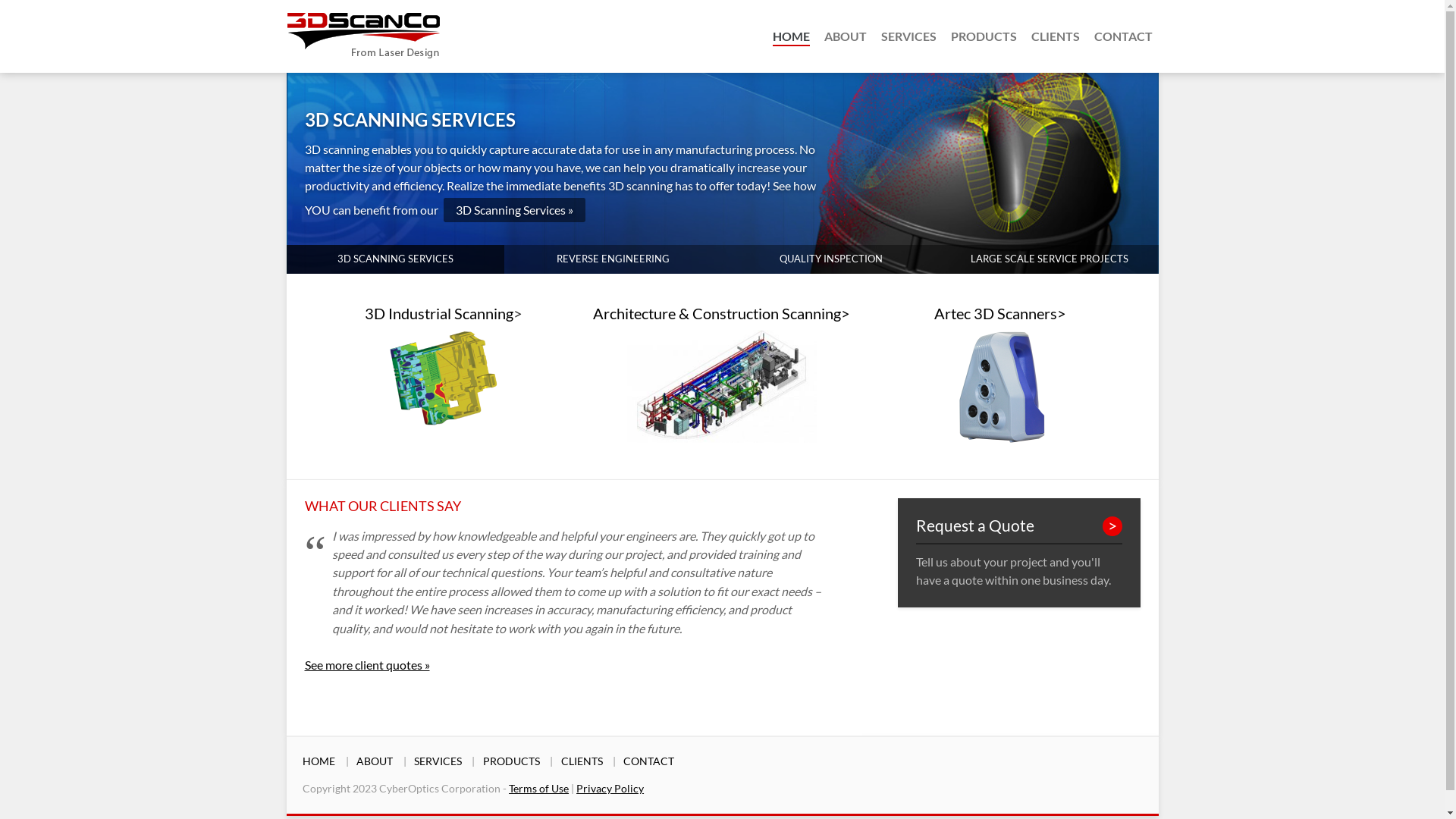 This screenshot has width=1456, height=819. Describe the element at coordinates (771, 35) in the screenshot. I see `'HOME'` at that location.